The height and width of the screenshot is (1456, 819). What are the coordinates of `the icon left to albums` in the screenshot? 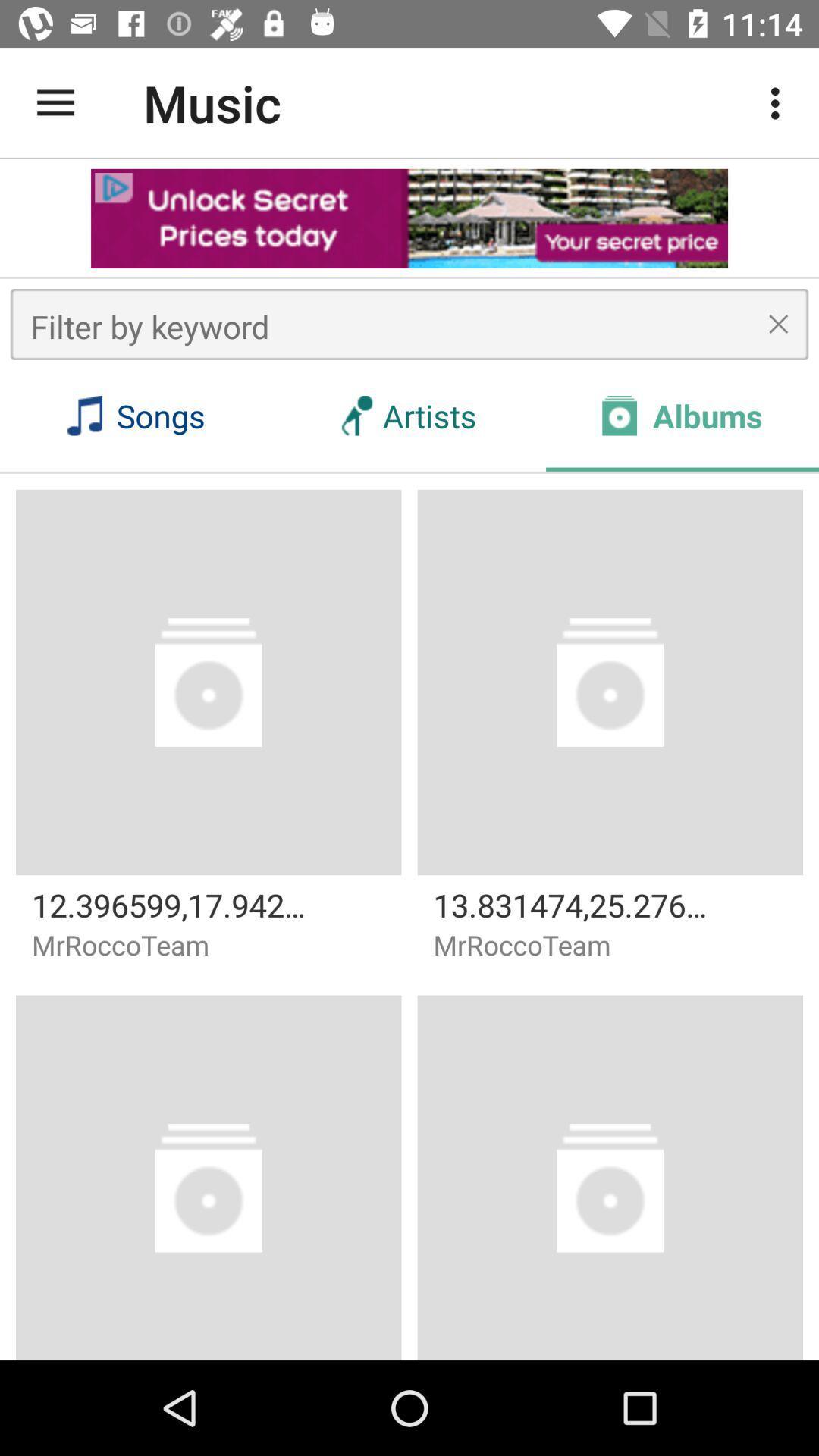 It's located at (620, 416).